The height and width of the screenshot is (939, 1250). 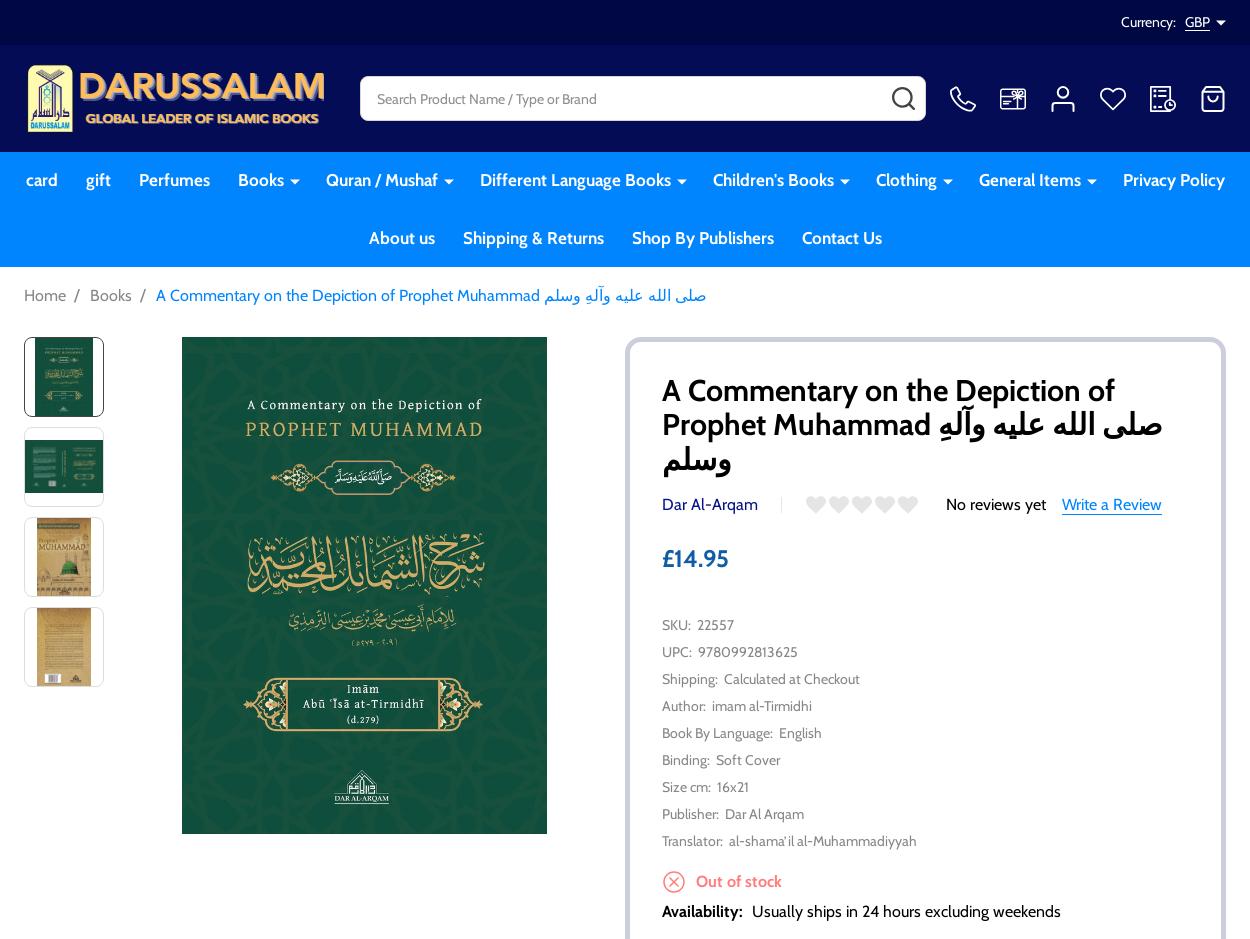 What do you see at coordinates (1029, 180) in the screenshot?
I see `'General Items'` at bounding box center [1029, 180].